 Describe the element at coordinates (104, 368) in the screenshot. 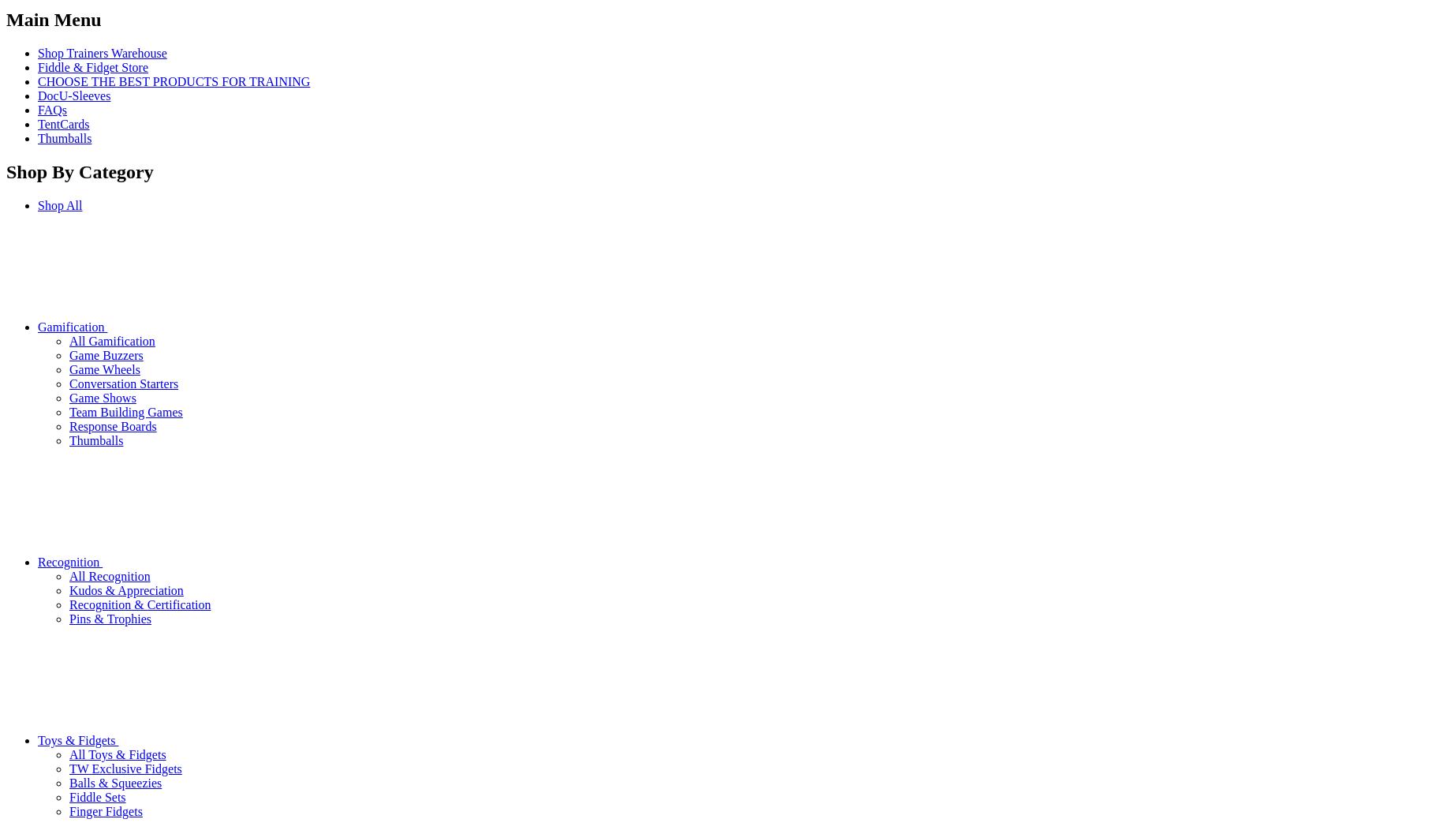

I see `'Game Wheels'` at that location.